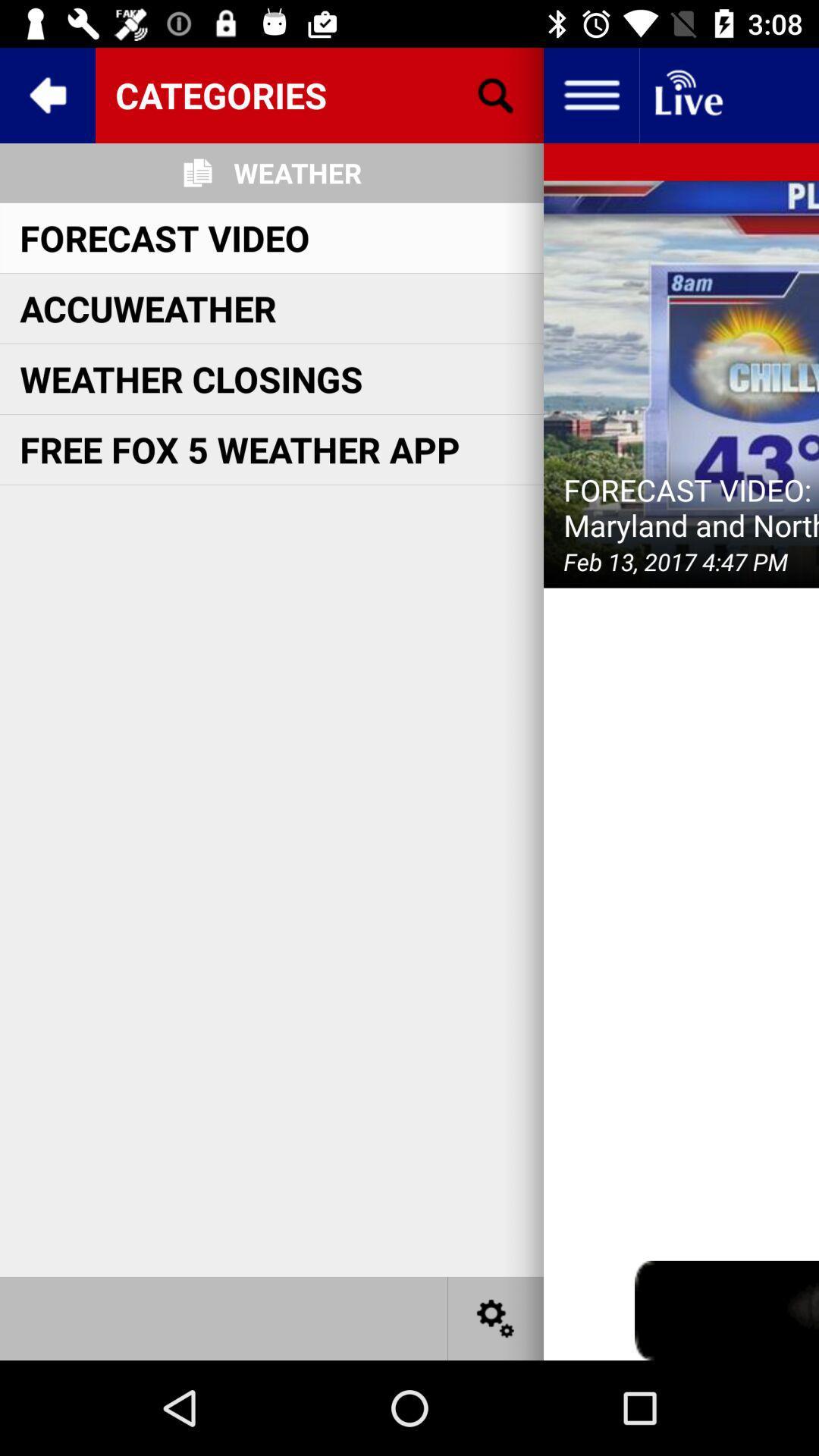 This screenshot has width=819, height=1456. Describe the element at coordinates (496, 1317) in the screenshot. I see `open settings` at that location.